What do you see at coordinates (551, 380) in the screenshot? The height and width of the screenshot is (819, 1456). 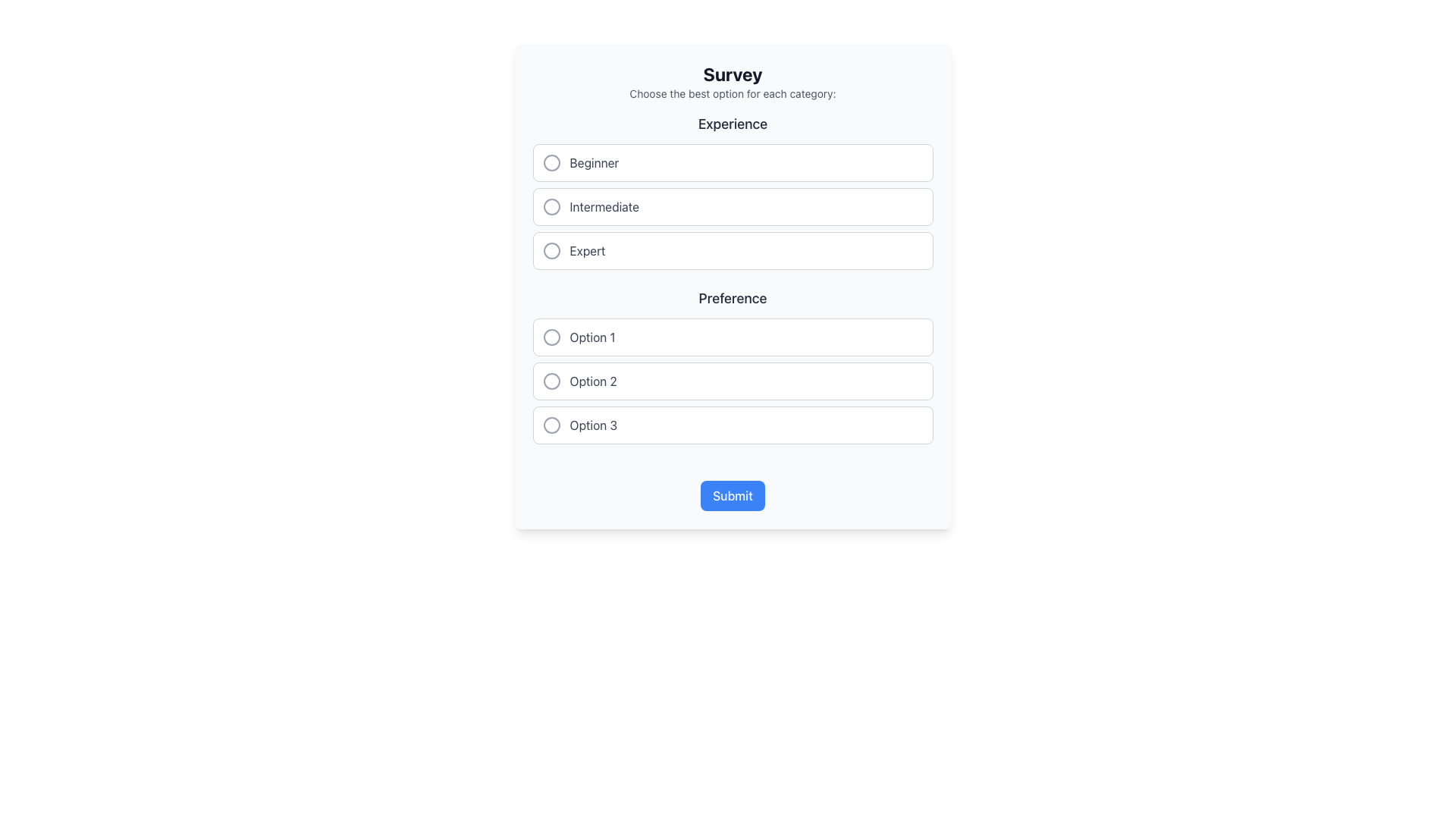 I see `the radio button` at bounding box center [551, 380].